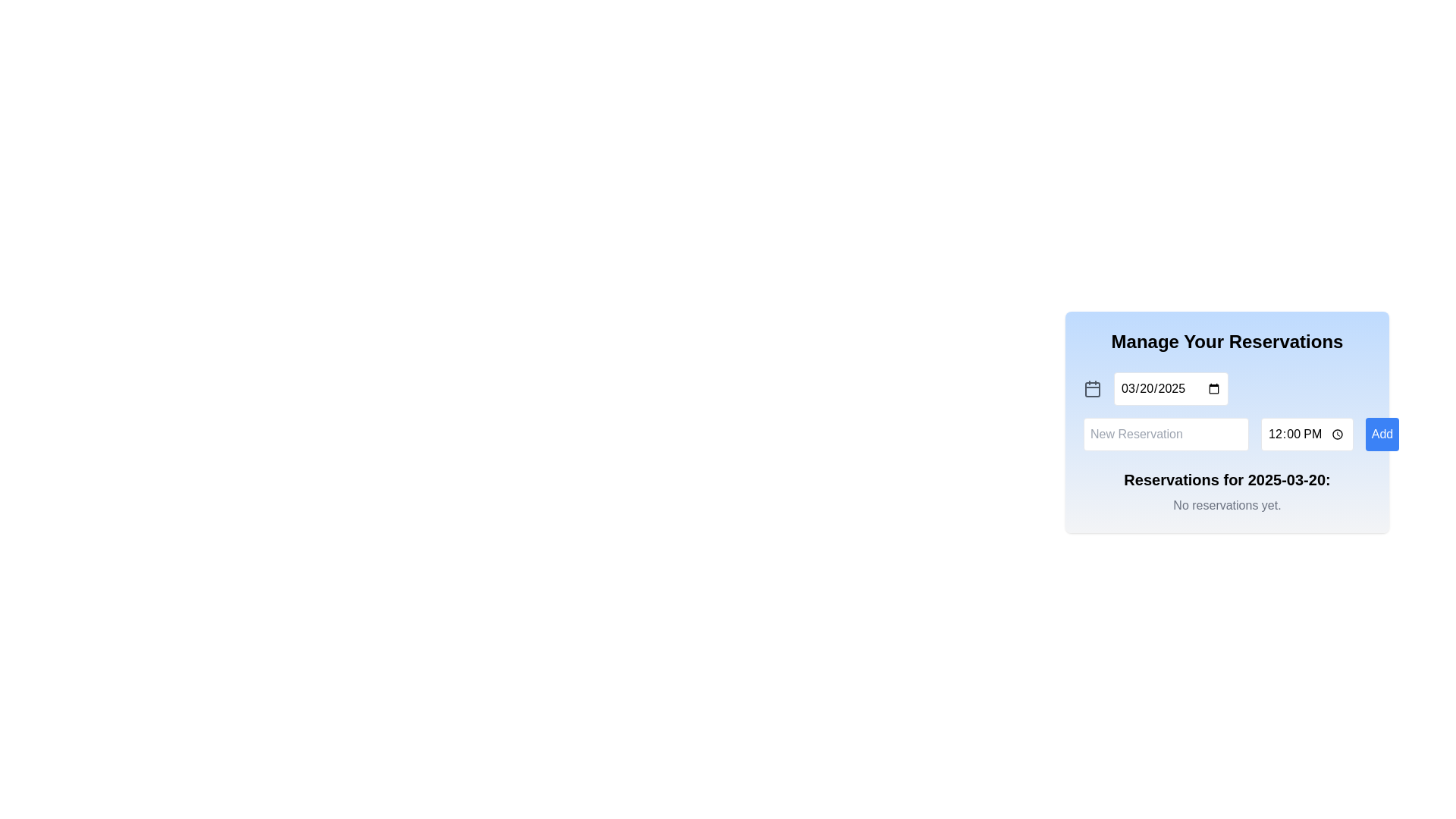 The height and width of the screenshot is (819, 1456). What do you see at coordinates (1382, 435) in the screenshot?
I see `the rectangular blue button labeled 'Add'` at bounding box center [1382, 435].